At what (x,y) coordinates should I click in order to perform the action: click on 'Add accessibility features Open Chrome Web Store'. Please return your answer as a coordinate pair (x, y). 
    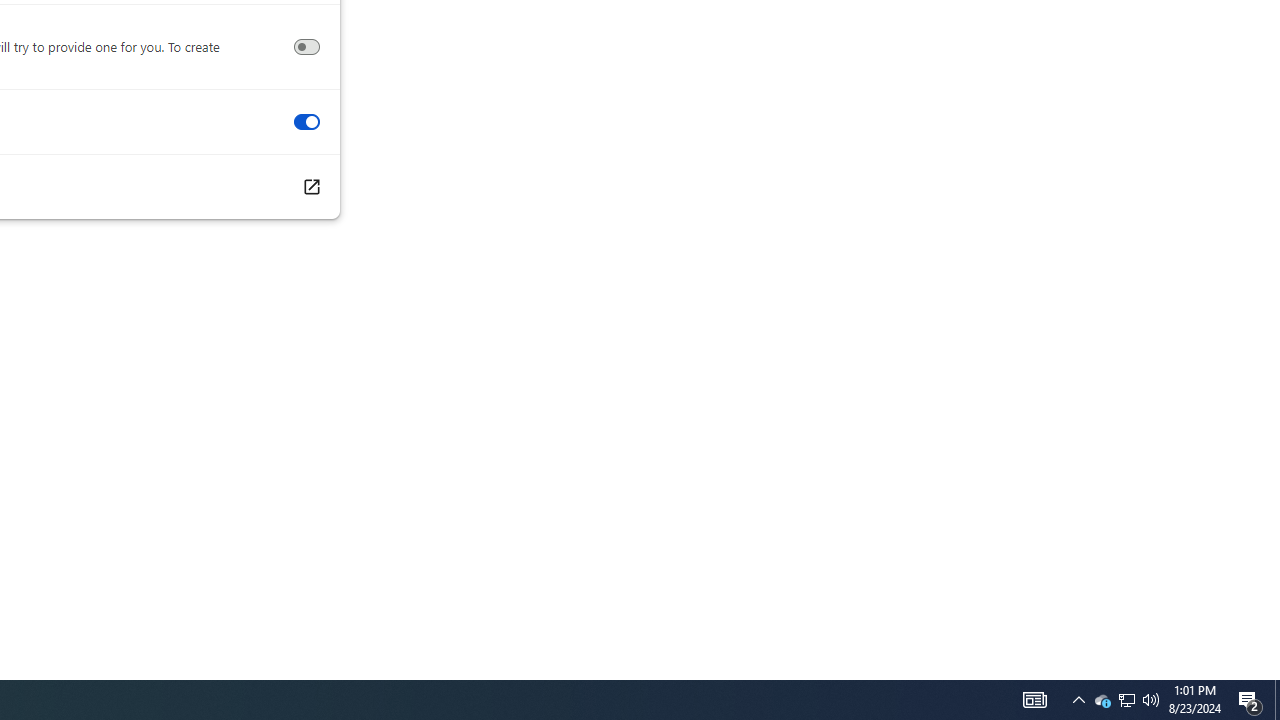
    Looking at the image, I should click on (310, 187).